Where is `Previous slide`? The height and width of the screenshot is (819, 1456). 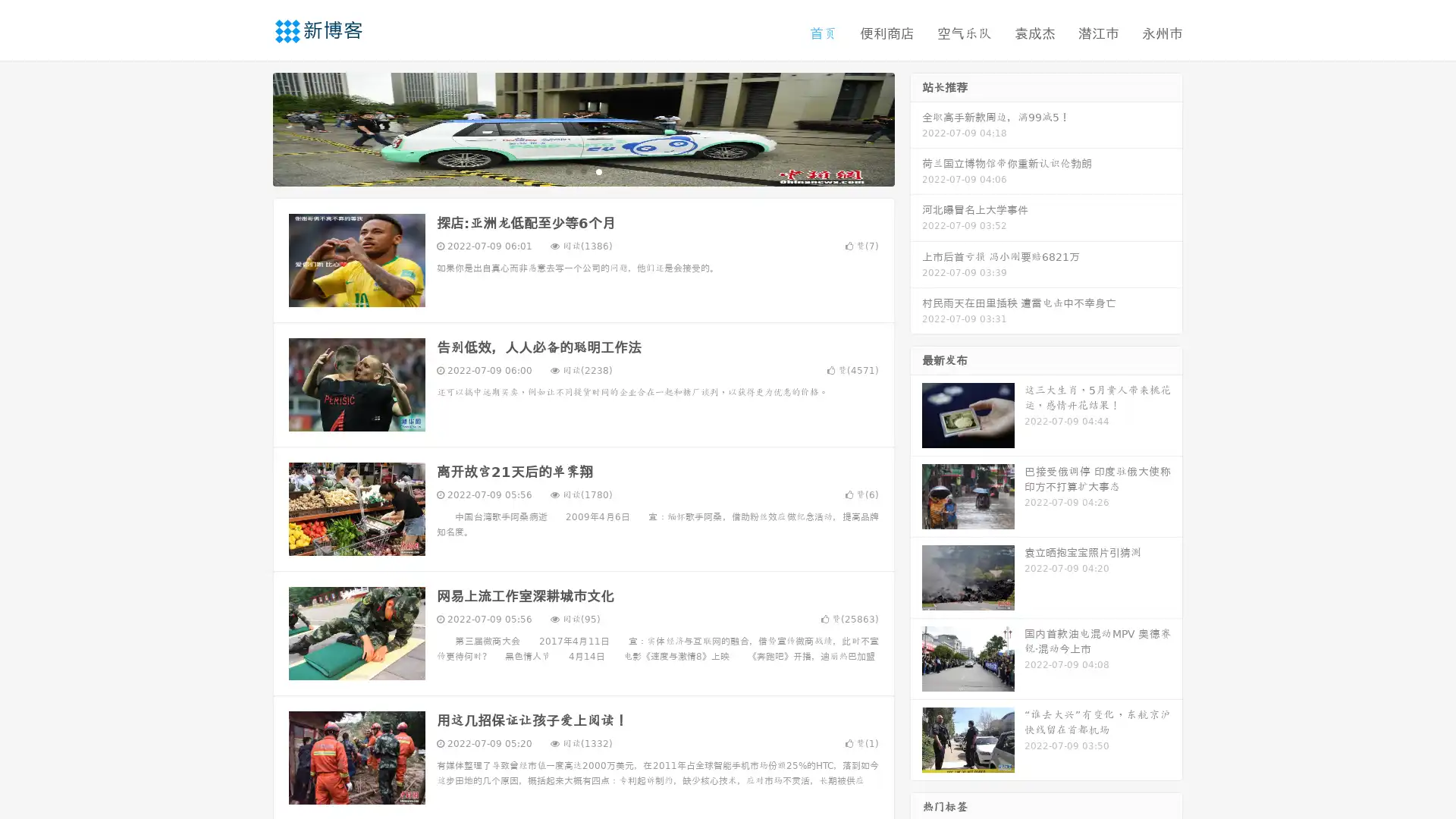
Previous slide is located at coordinates (250, 127).